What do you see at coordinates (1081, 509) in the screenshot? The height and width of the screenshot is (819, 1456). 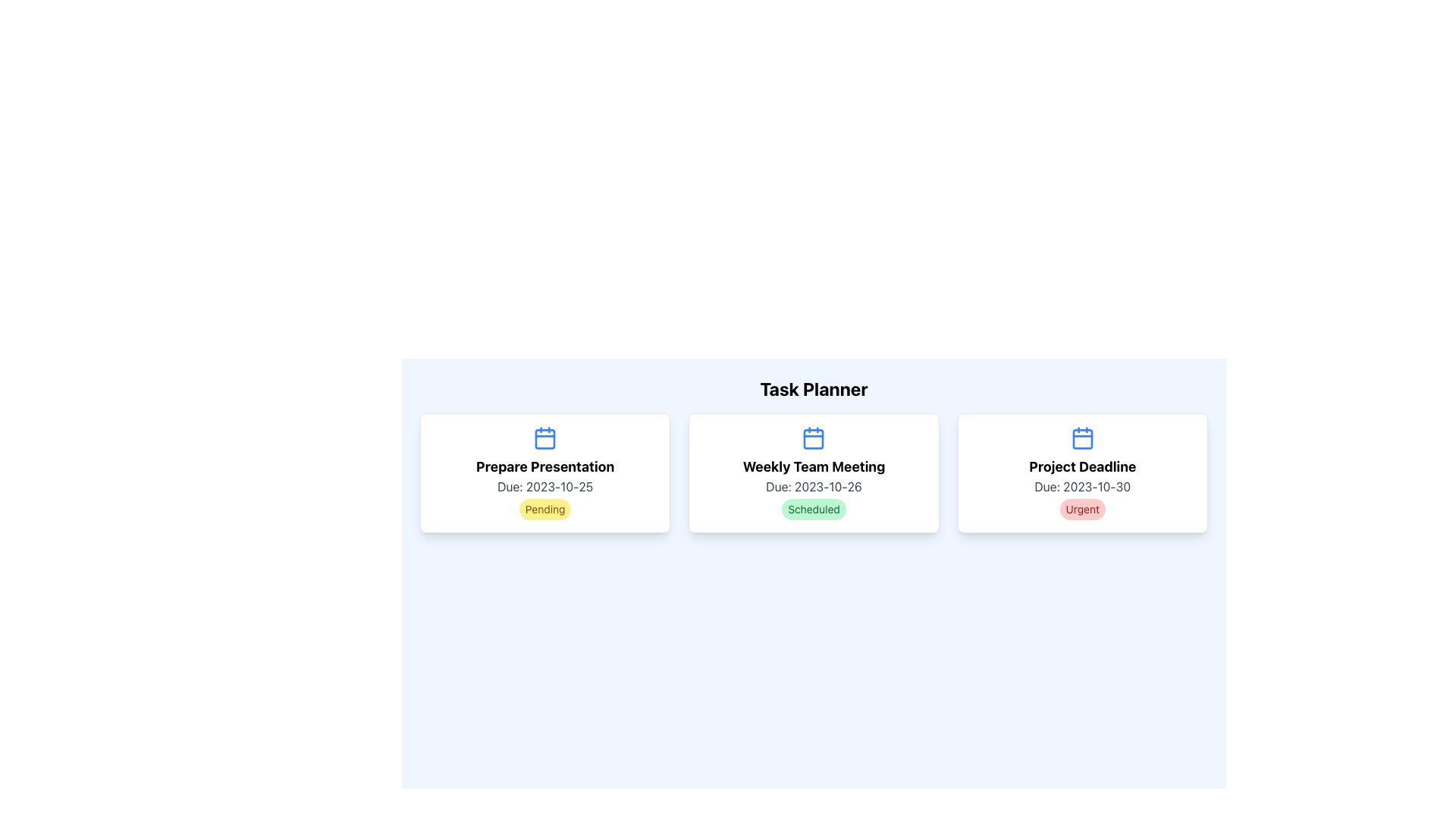 I see `the urgent status indicator badge located at the bottom of the 'Project Deadline' card in the task list` at bounding box center [1081, 509].